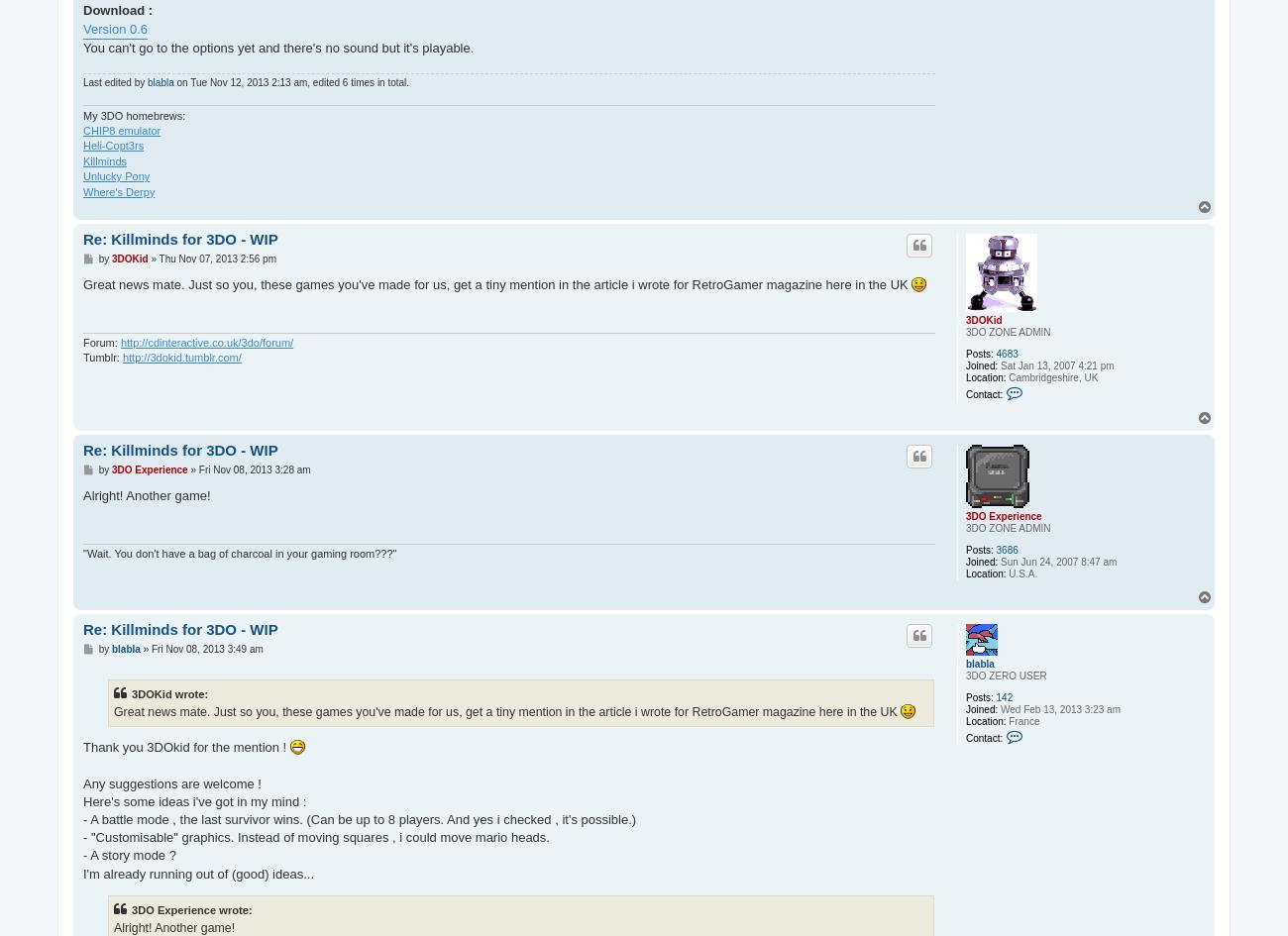 This screenshot has height=936, width=1288. What do you see at coordinates (101, 341) in the screenshot?
I see `'Forum:'` at bounding box center [101, 341].